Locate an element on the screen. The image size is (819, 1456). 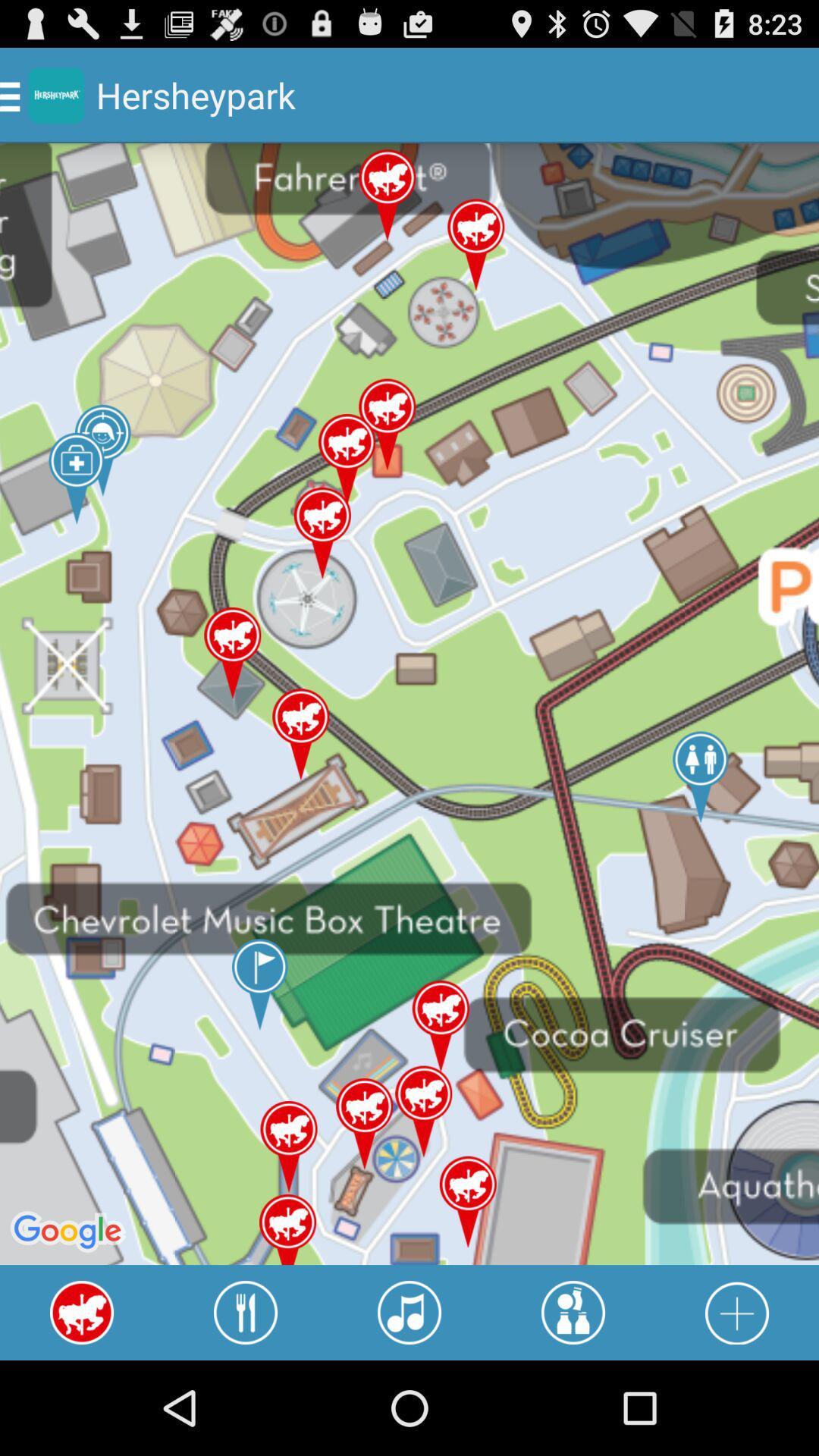
turn sound off or on is located at coordinates (409, 1312).